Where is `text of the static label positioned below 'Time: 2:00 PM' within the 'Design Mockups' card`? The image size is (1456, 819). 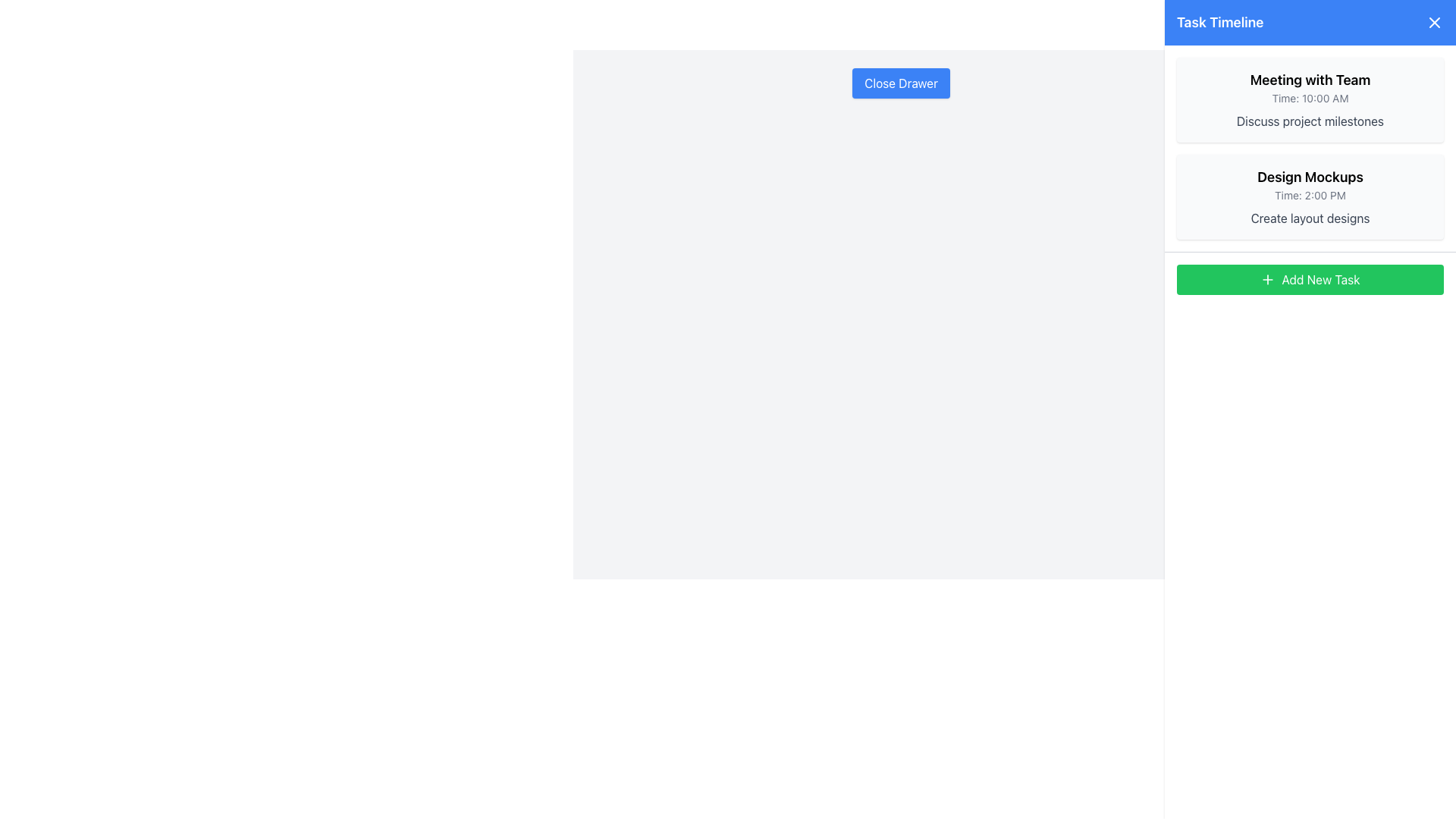
text of the static label positioned below 'Time: 2:00 PM' within the 'Design Mockups' card is located at coordinates (1310, 218).